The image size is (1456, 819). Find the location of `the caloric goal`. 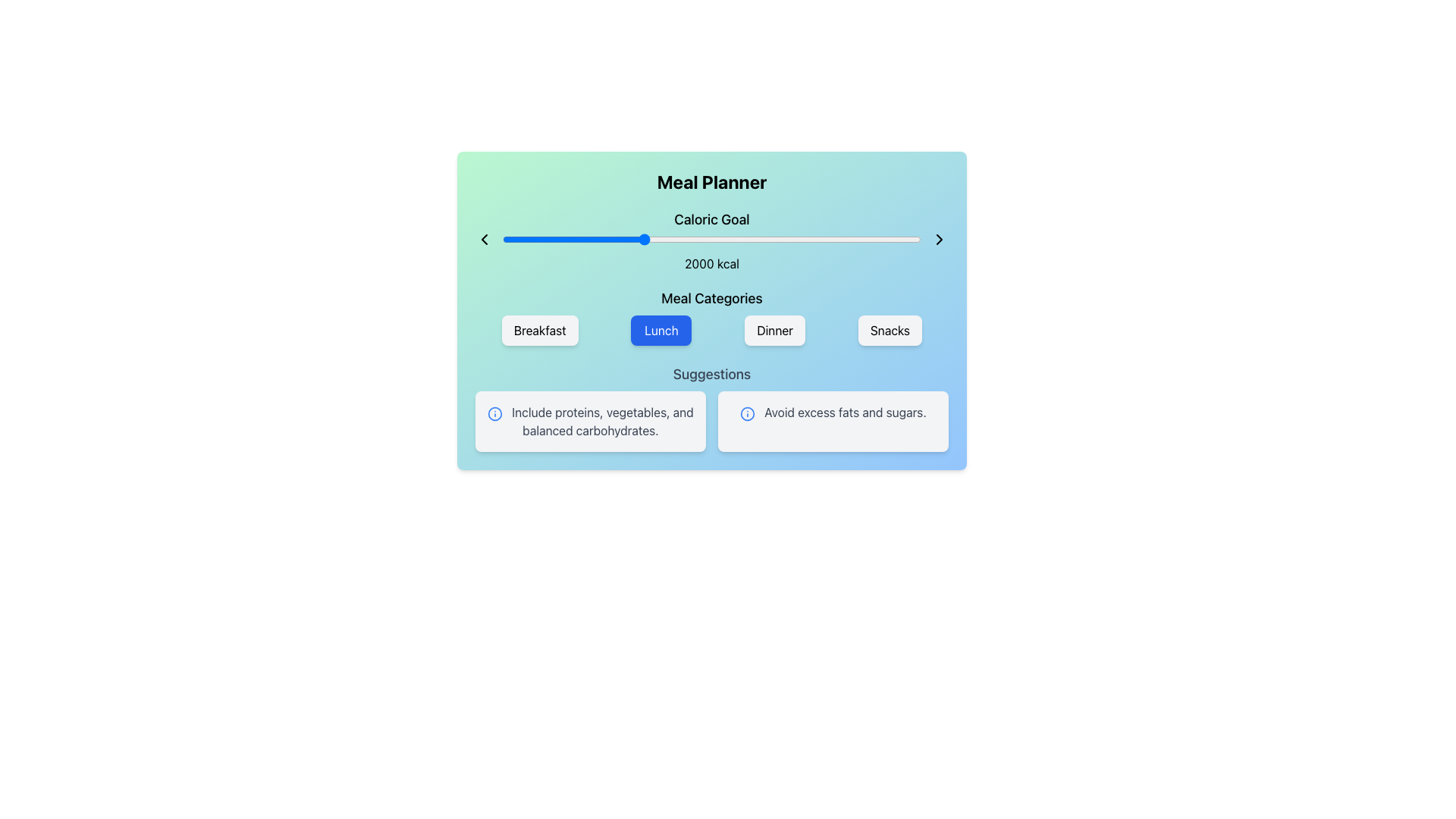

the caloric goal is located at coordinates (767, 239).